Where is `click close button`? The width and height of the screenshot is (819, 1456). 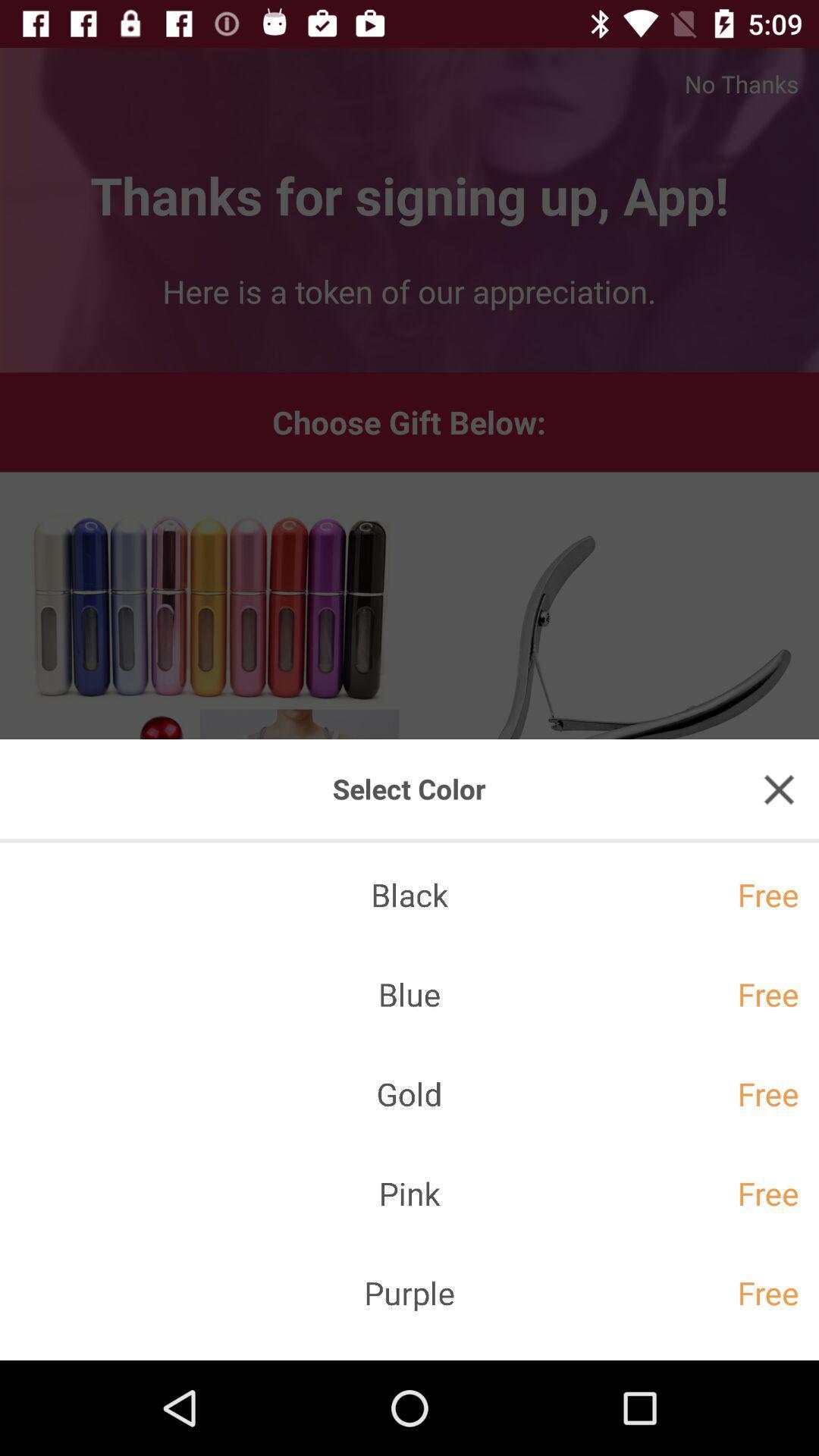
click close button is located at coordinates (779, 789).